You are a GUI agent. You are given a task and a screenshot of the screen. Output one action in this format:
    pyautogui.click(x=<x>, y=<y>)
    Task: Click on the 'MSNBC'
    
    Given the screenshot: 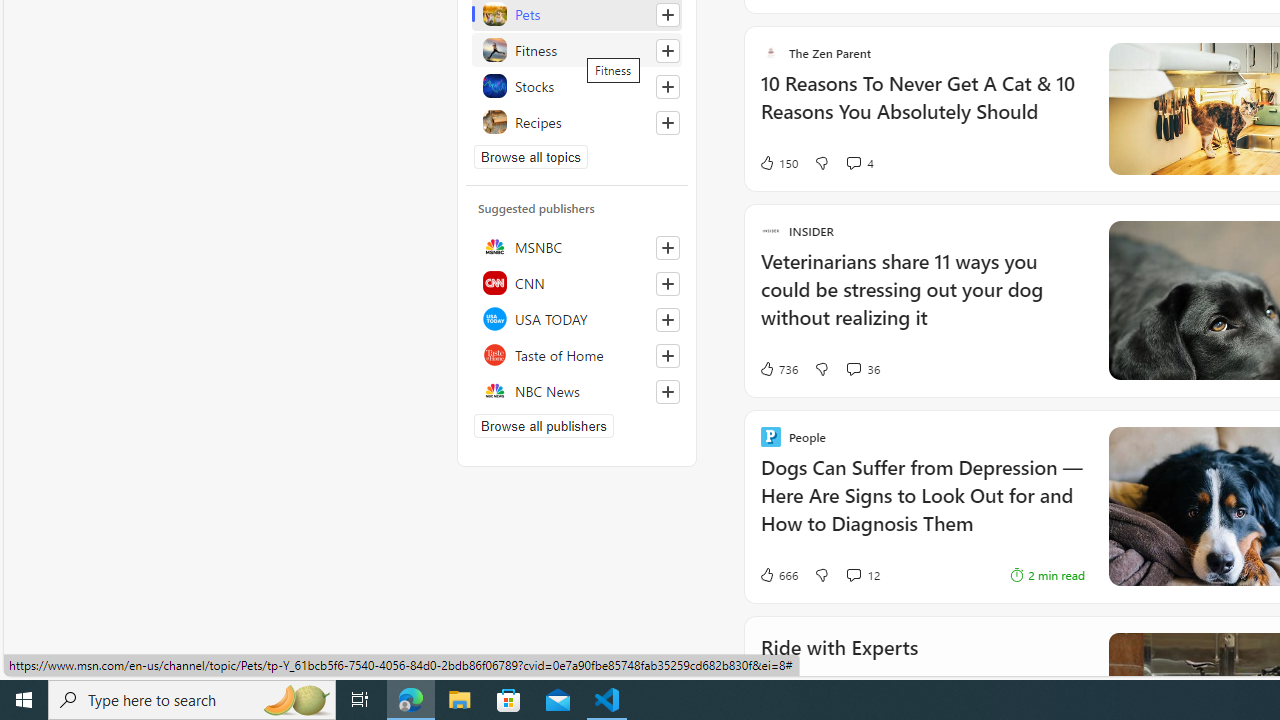 What is the action you would take?
    pyautogui.click(x=576, y=245)
    